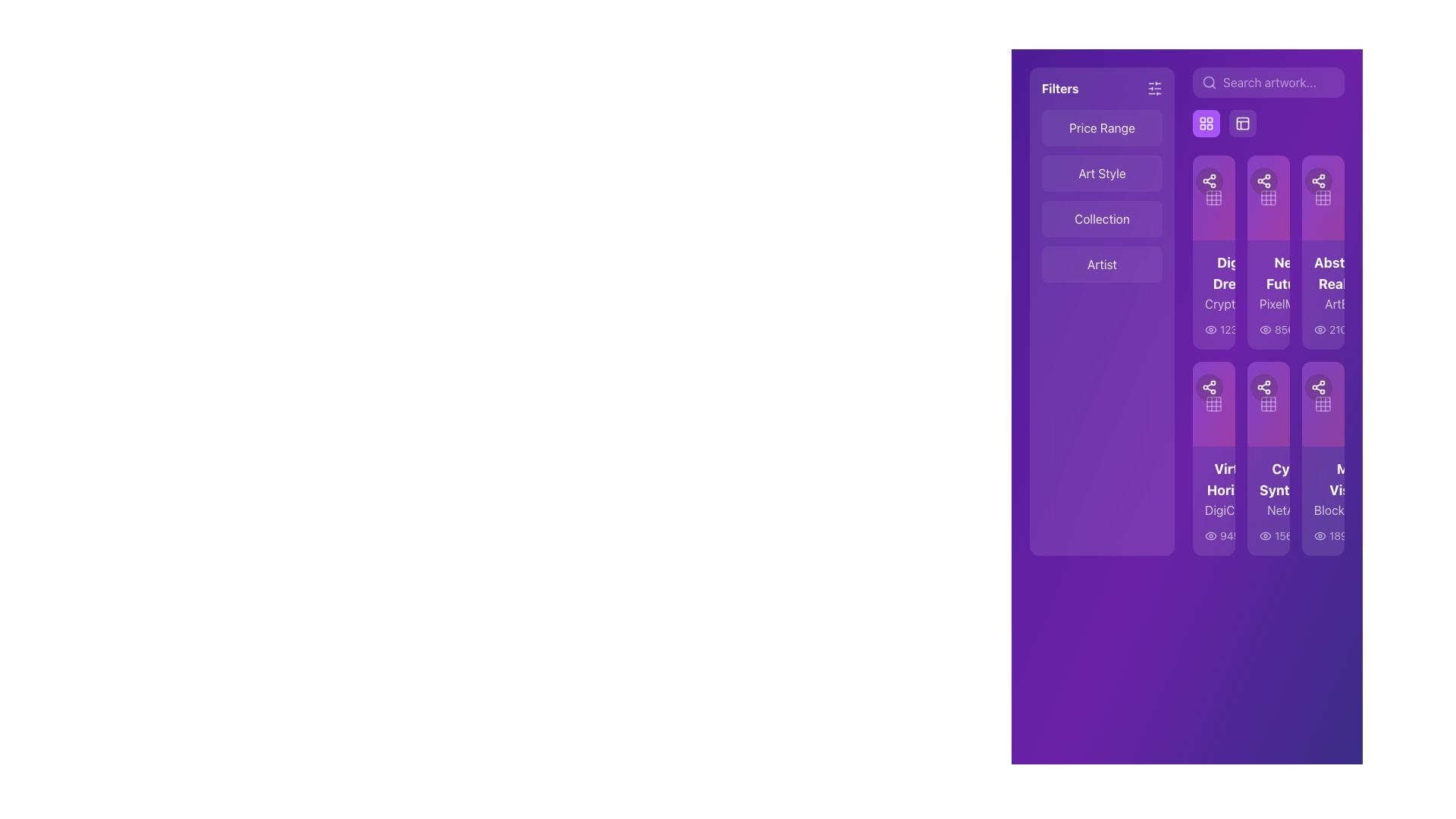 Image resolution: width=1456 pixels, height=819 pixels. Describe the element at coordinates (1269, 403) in the screenshot. I see `the SVG-based interactive graphical button located in the top-right corner of the second row of cards, which serves as a control for viewing or organizing content related to the item represented by its card` at that location.